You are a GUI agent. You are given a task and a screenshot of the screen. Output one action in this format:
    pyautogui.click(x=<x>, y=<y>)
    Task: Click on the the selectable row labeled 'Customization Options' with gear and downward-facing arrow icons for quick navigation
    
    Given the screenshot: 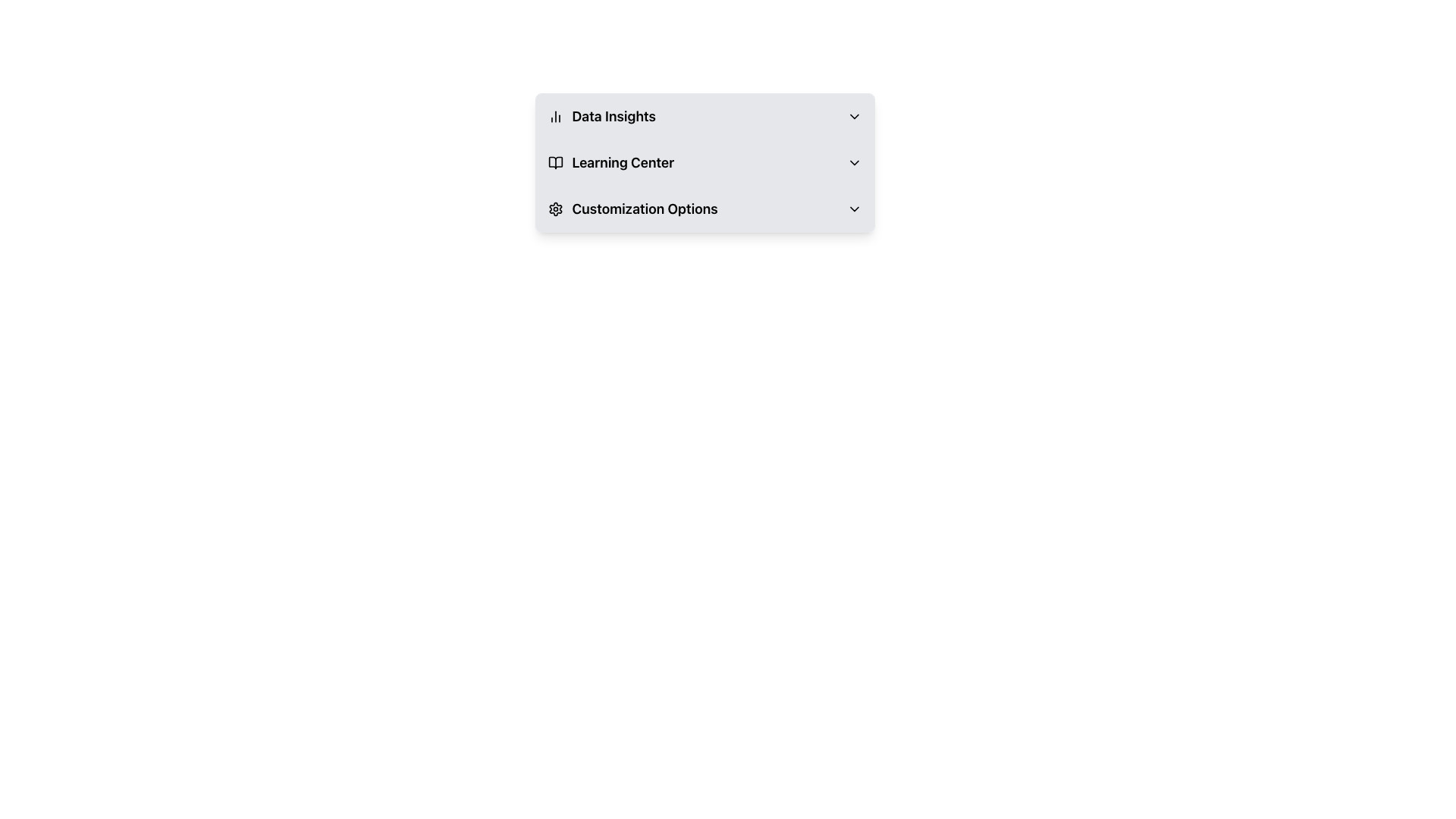 What is the action you would take?
    pyautogui.click(x=704, y=209)
    